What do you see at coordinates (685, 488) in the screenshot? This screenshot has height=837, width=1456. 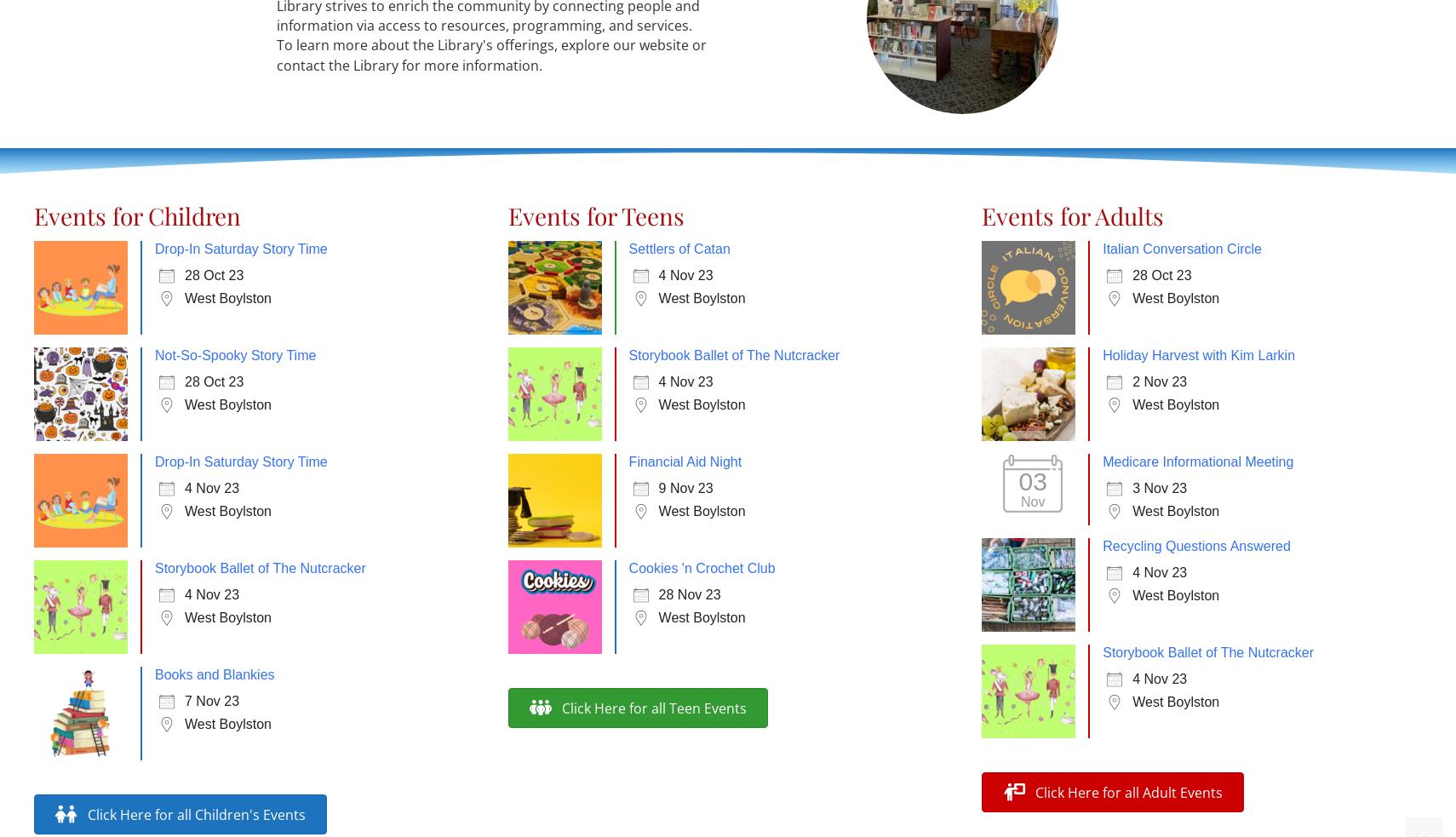 I see `'9 Nov 23'` at bounding box center [685, 488].